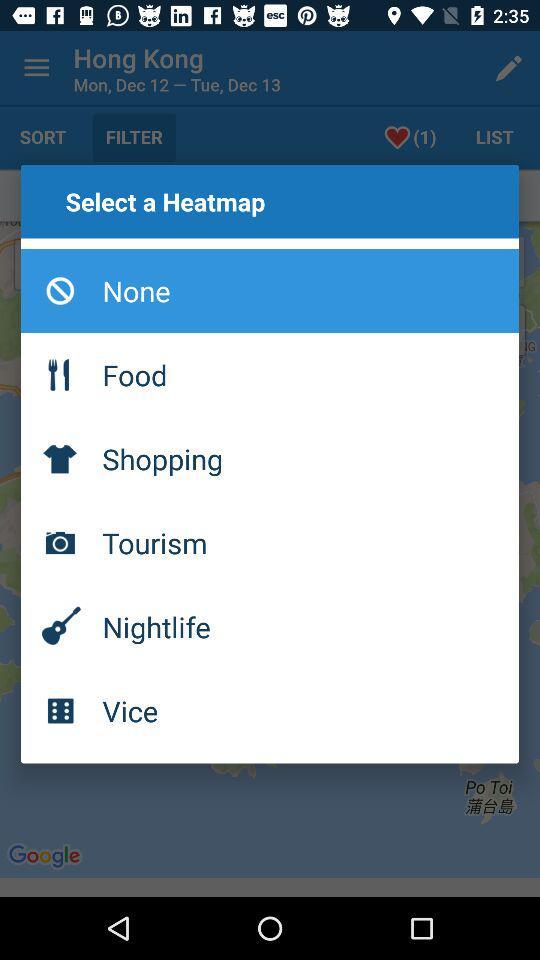 The width and height of the screenshot is (540, 960). What do you see at coordinates (270, 289) in the screenshot?
I see `none` at bounding box center [270, 289].